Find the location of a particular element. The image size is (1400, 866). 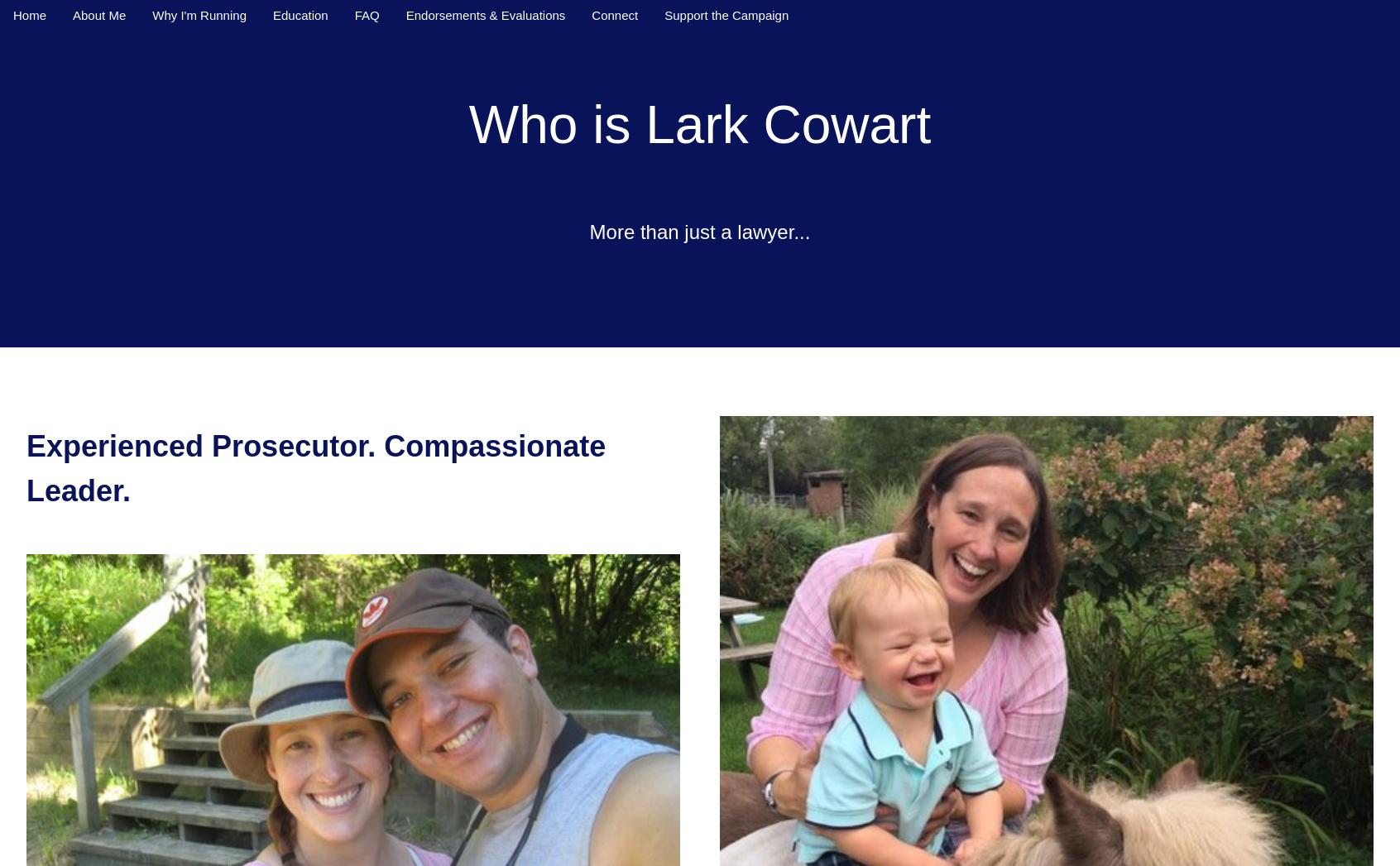

'Why I'm Running' is located at coordinates (199, 14).